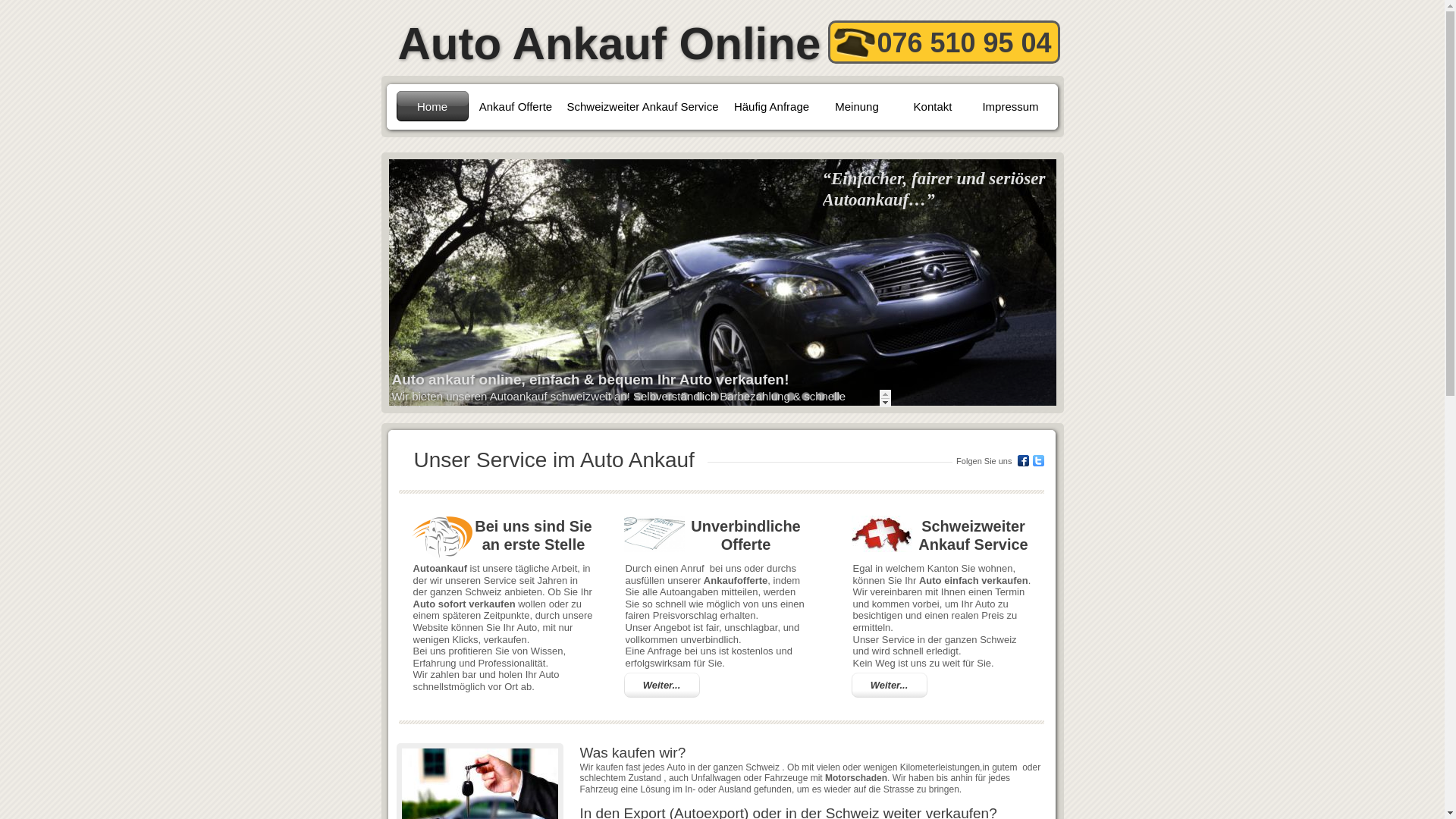  Describe the element at coordinates (463, 602) in the screenshot. I see `'Auto sofort verkaufen'` at that location.